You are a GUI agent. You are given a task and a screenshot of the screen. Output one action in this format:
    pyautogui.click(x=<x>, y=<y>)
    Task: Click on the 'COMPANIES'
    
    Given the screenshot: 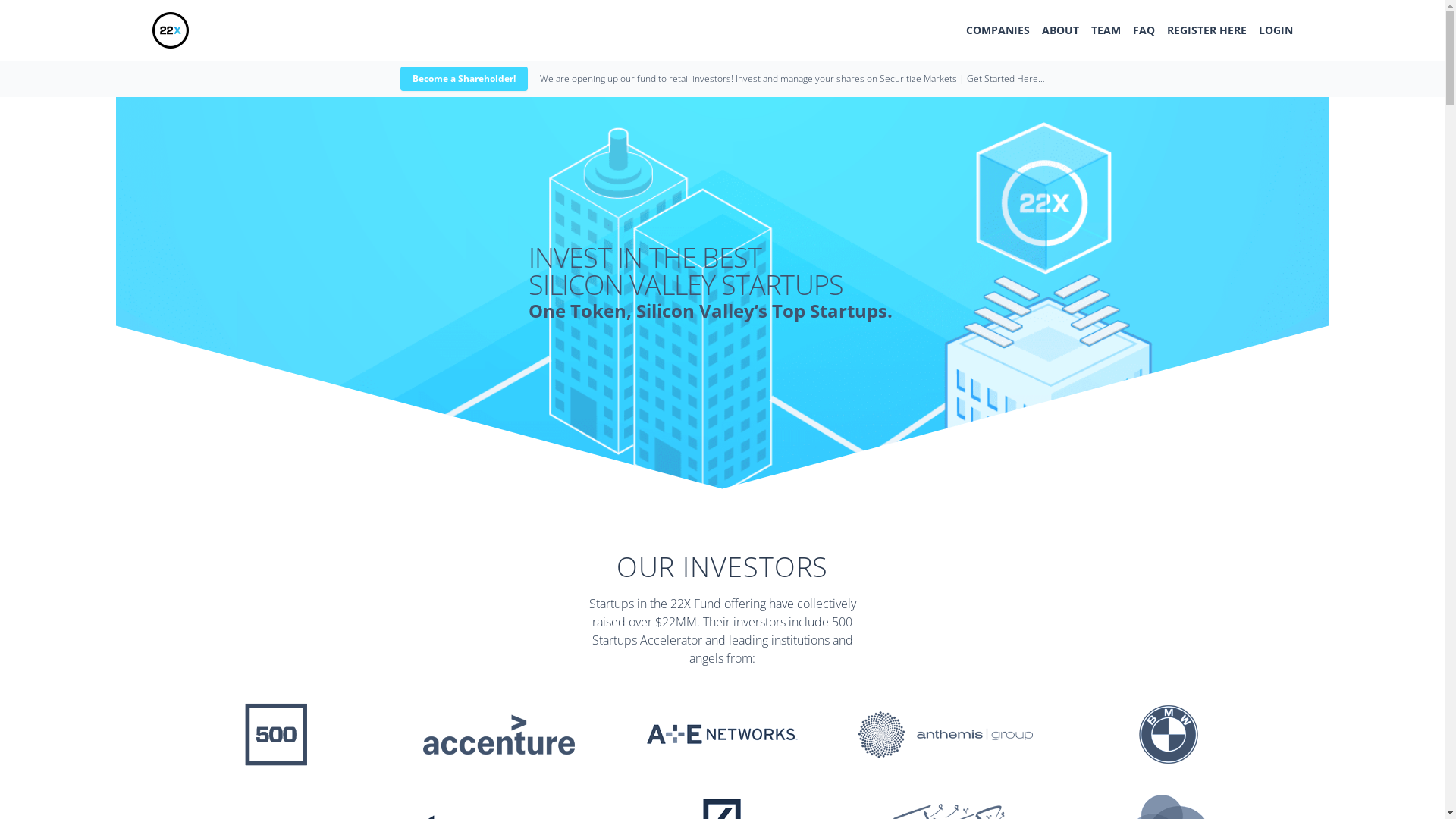 What is the action you would take?
    pyautogui.click(x=997, y=30)
    